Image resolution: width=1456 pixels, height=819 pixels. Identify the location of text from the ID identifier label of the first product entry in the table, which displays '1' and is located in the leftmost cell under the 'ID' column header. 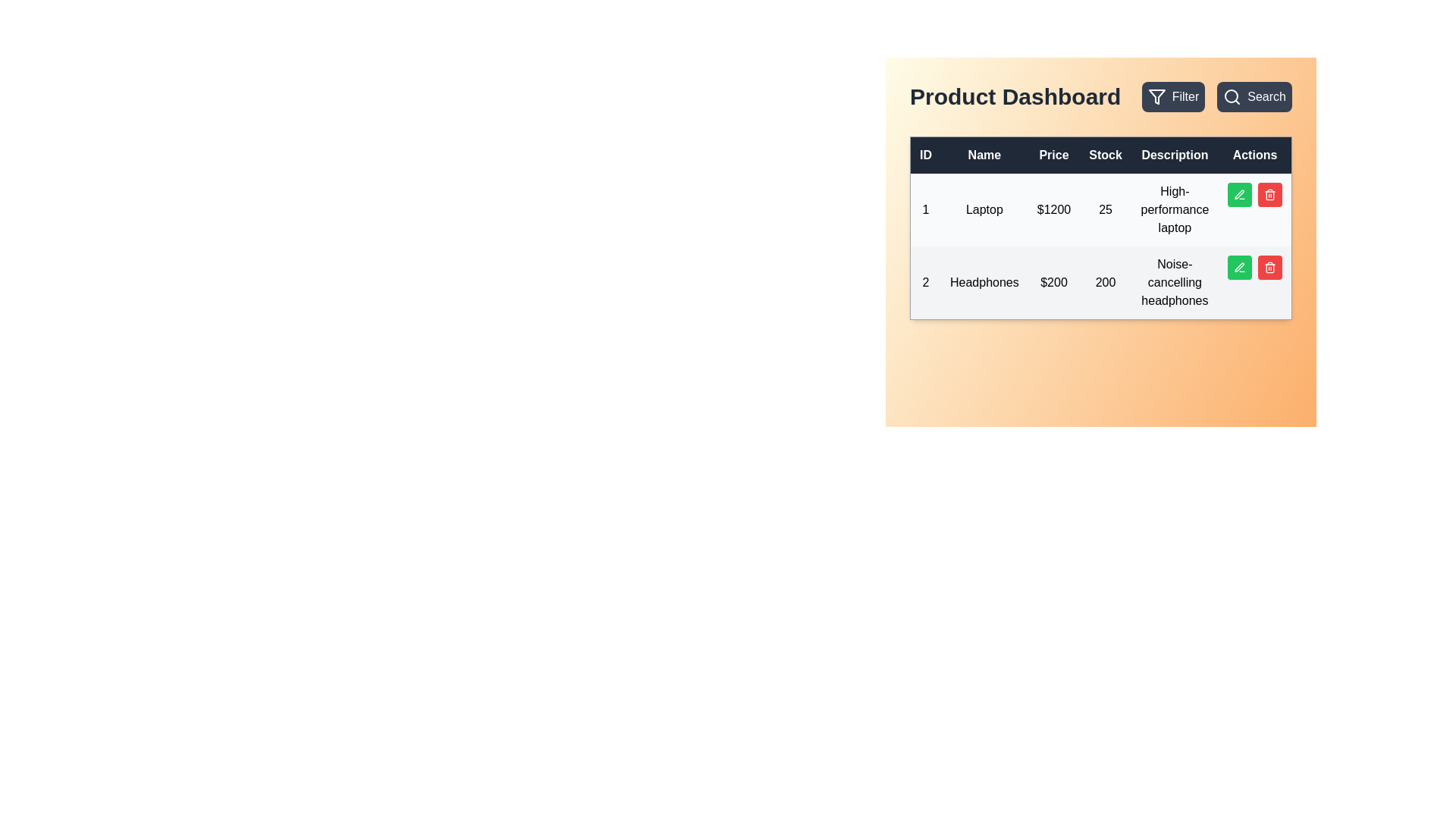
(924, 210).